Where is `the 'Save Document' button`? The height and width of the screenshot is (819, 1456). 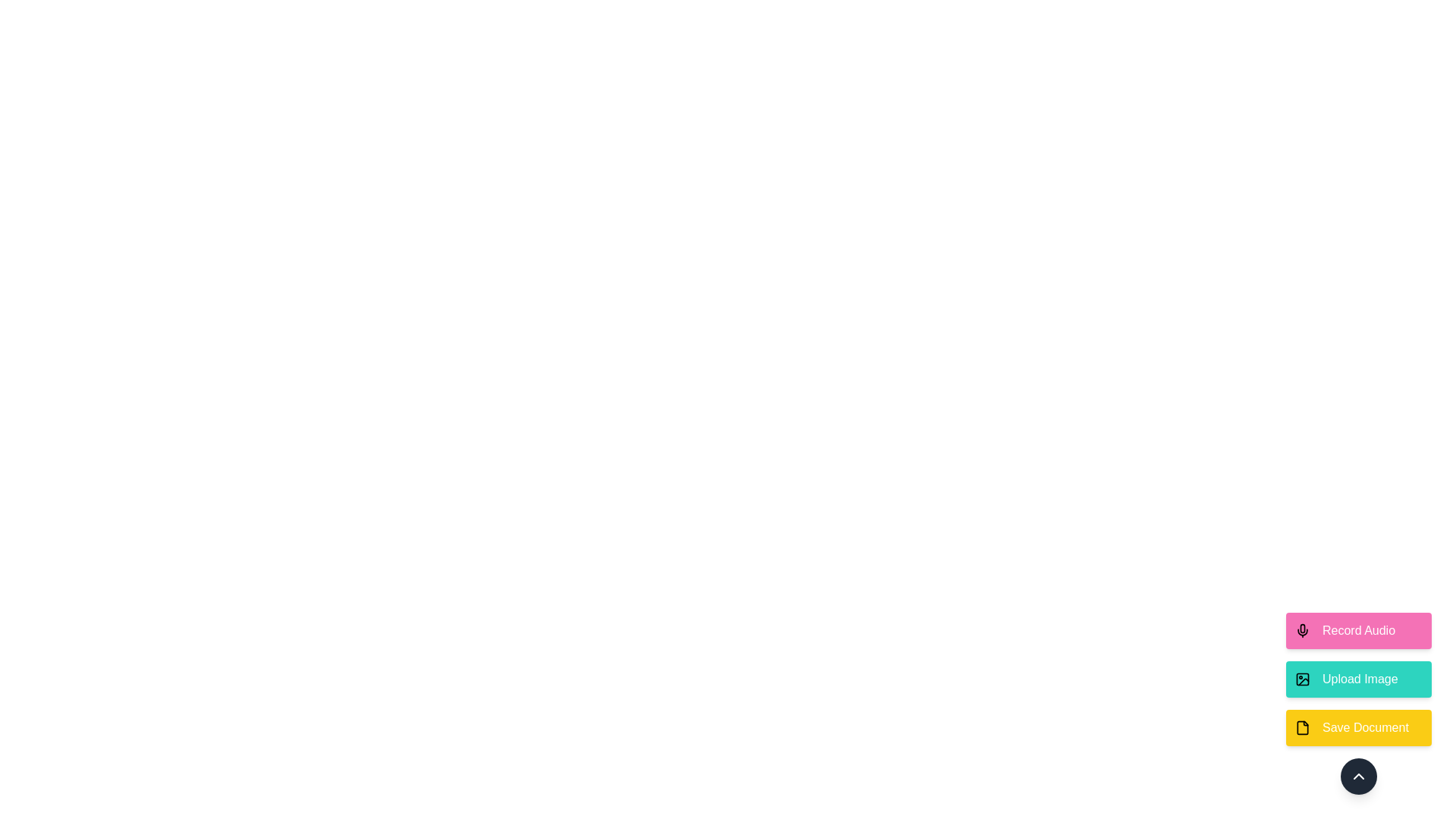 the 'Save Document' button is located at coordinates (1358, 727).